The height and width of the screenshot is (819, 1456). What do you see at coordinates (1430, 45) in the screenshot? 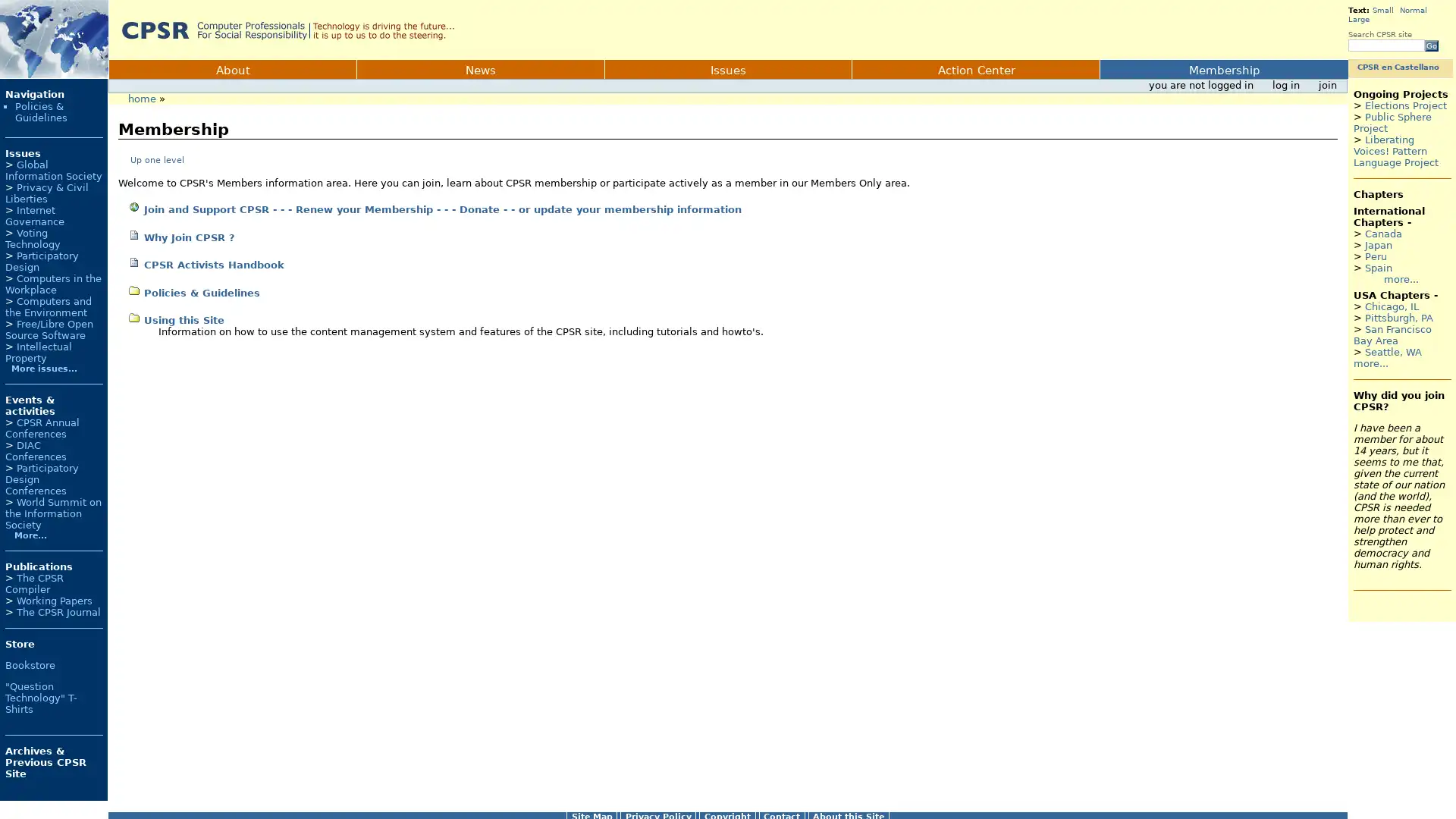
I see `Go` at bounding box center [1430, 45].